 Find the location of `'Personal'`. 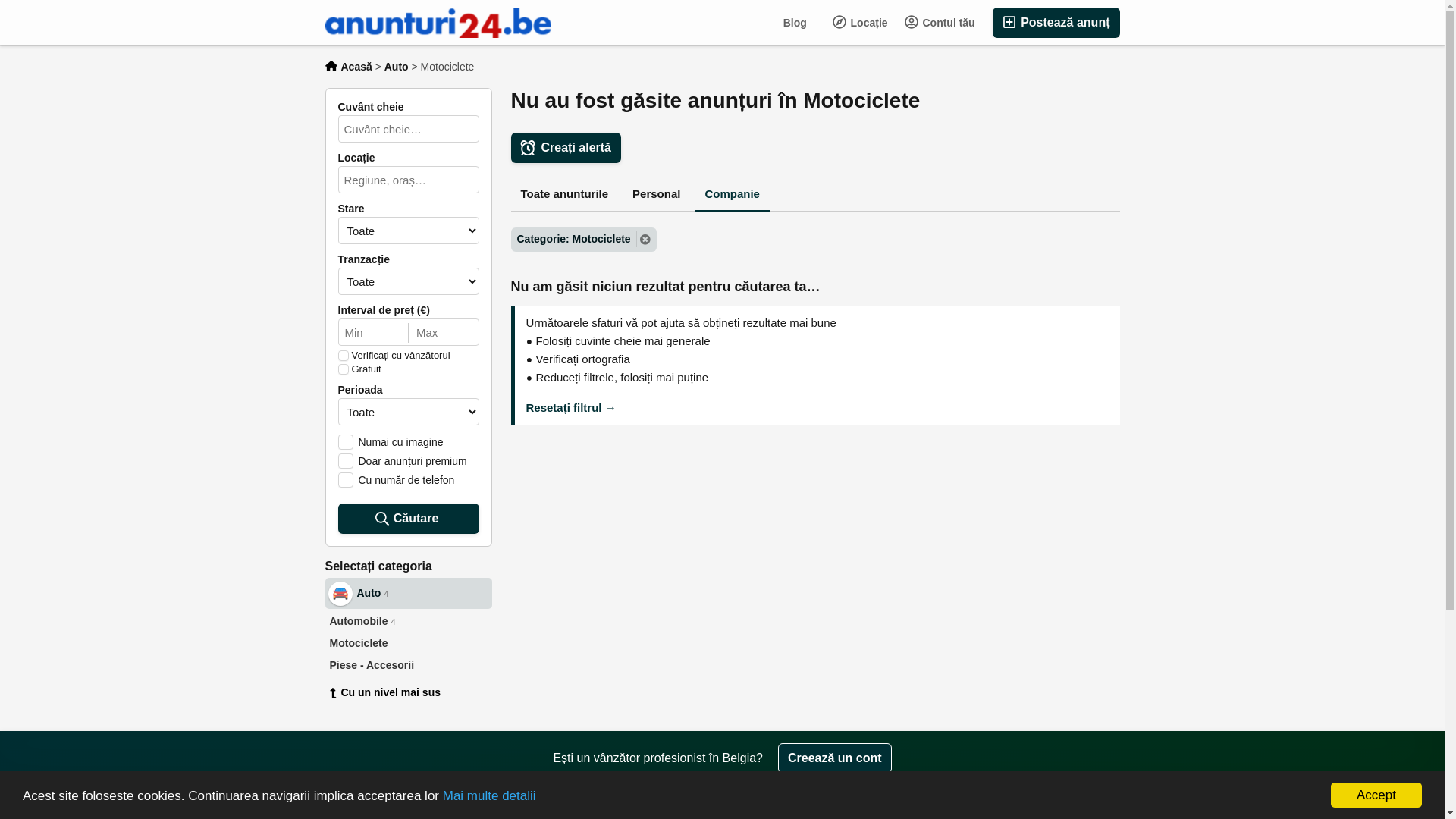

'Personal' is located at coordinates (656, 195).